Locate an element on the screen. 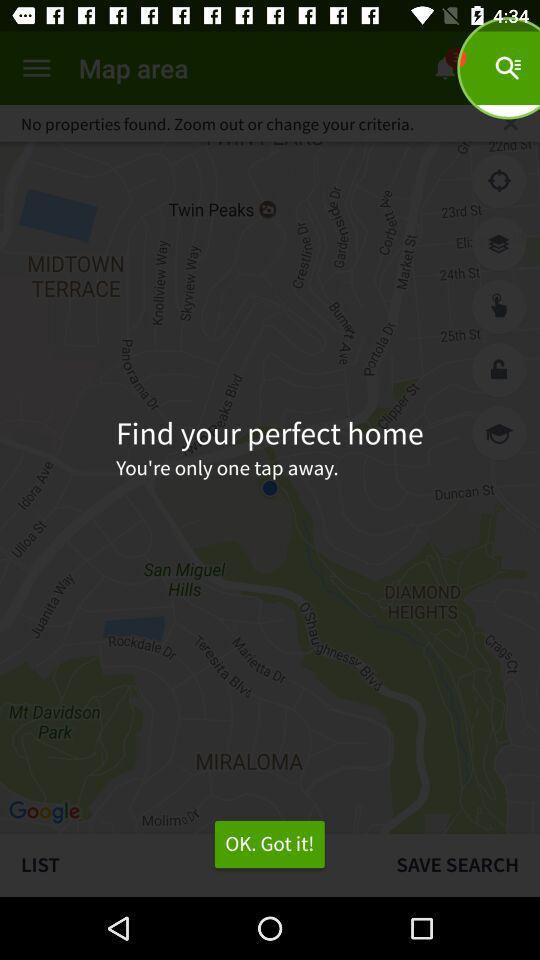  icon below the no properties found item is located at coordinates (498, 181).